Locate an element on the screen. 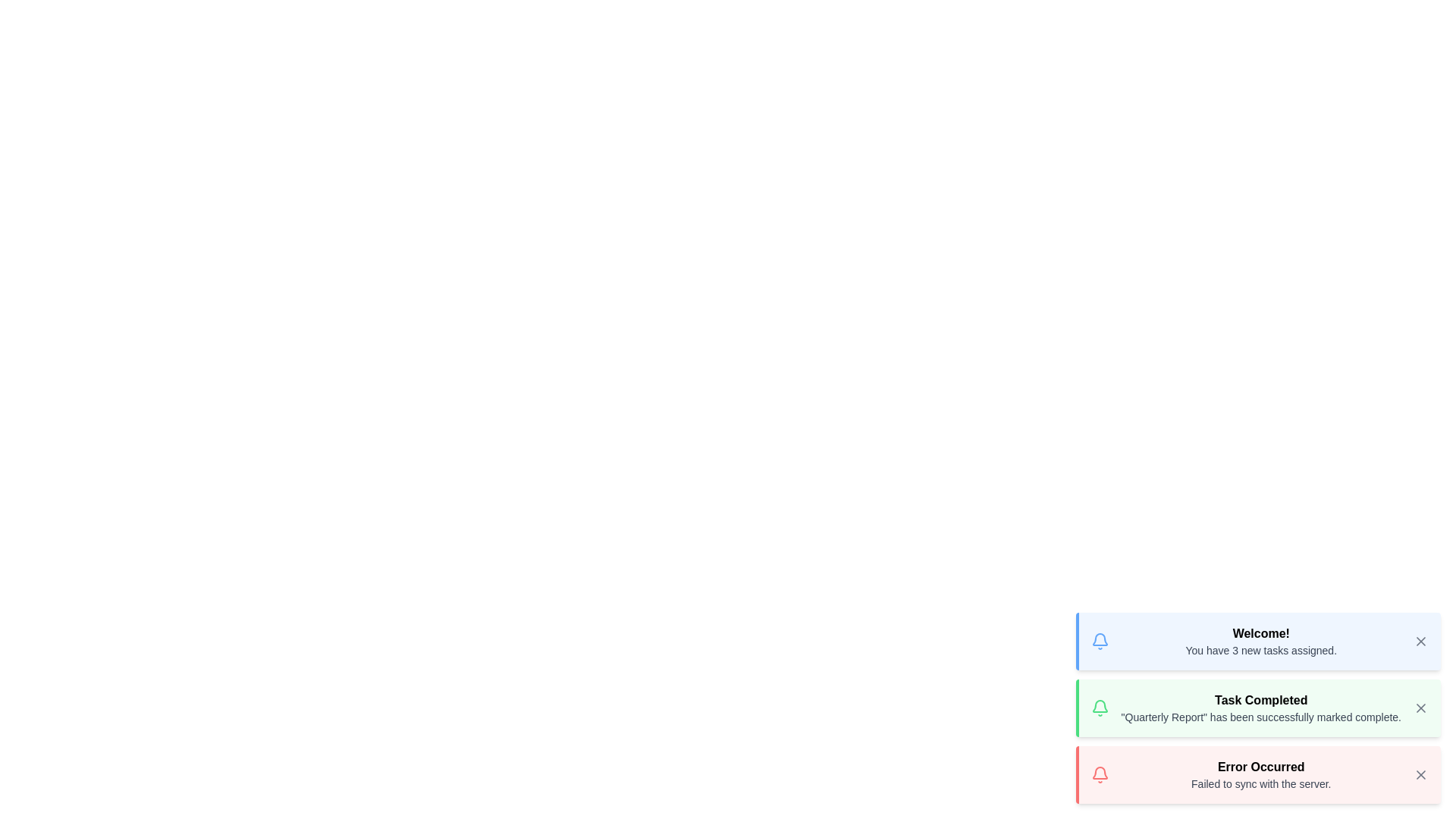 The height and width of the screenshot is (819, 1456). the SVG close button represented by a diagonal cross in the top-right corner of the notification card with a green background is located at coordinates (1420, 708).